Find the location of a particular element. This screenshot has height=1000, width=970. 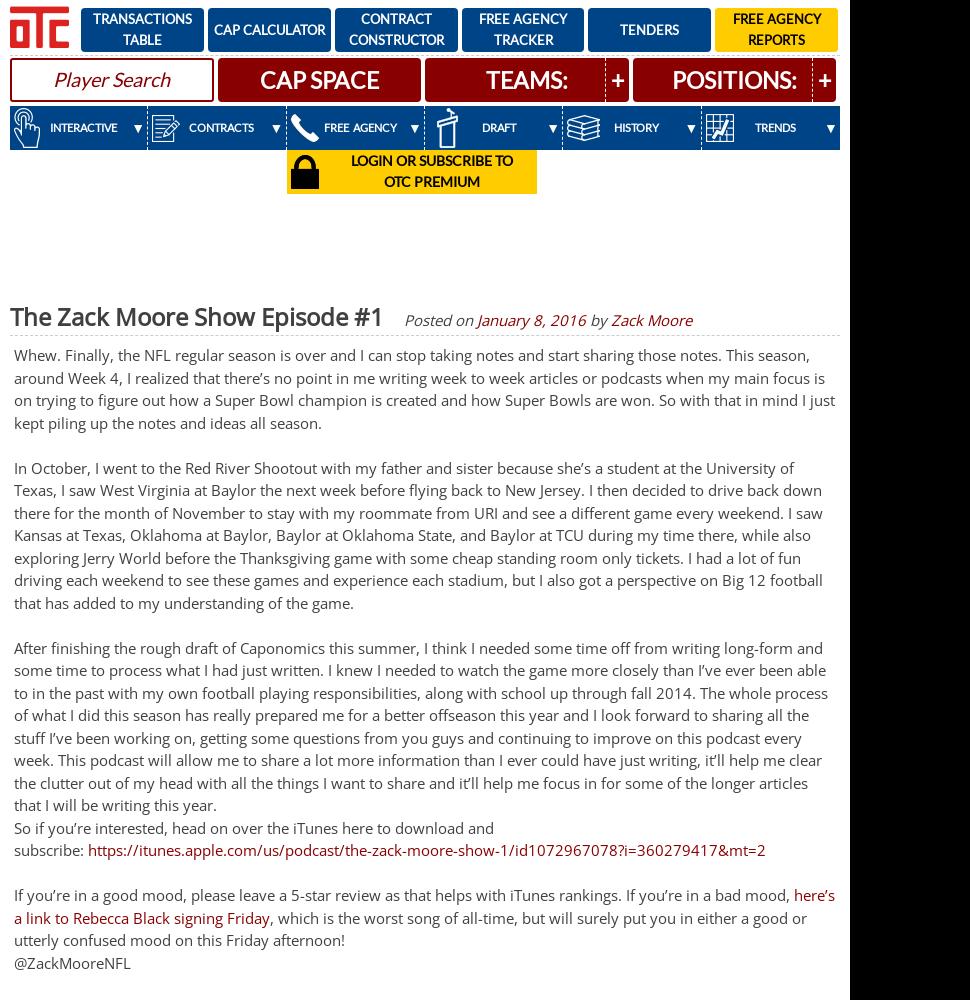

'Transactions Table' is located at coordinates (142, 29).